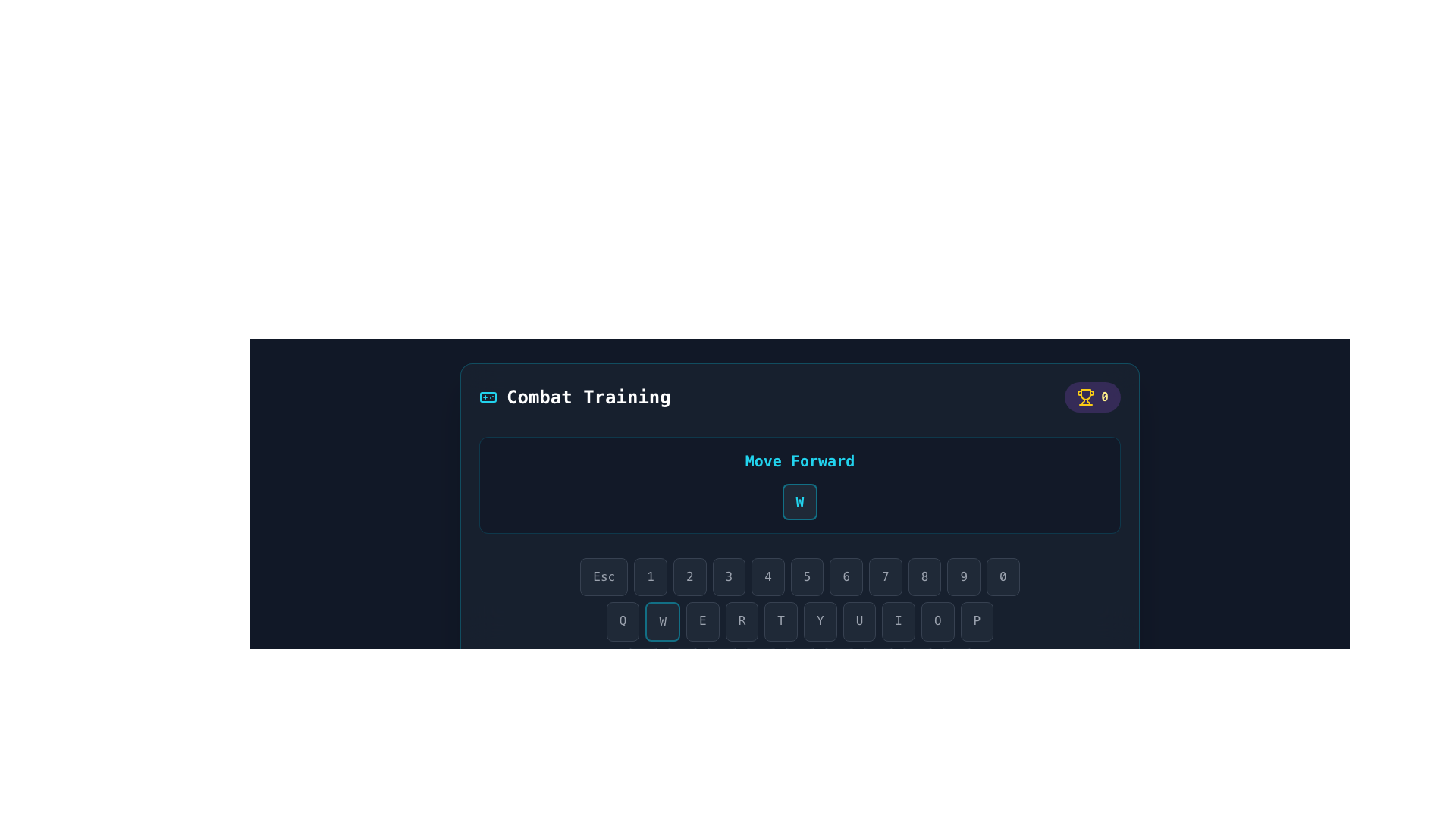  What do you see at coordinates (781, 622) in the screenshot?
I see `the fifth button in the row of key-like buttons (T)` at bounding box center [781, 622].